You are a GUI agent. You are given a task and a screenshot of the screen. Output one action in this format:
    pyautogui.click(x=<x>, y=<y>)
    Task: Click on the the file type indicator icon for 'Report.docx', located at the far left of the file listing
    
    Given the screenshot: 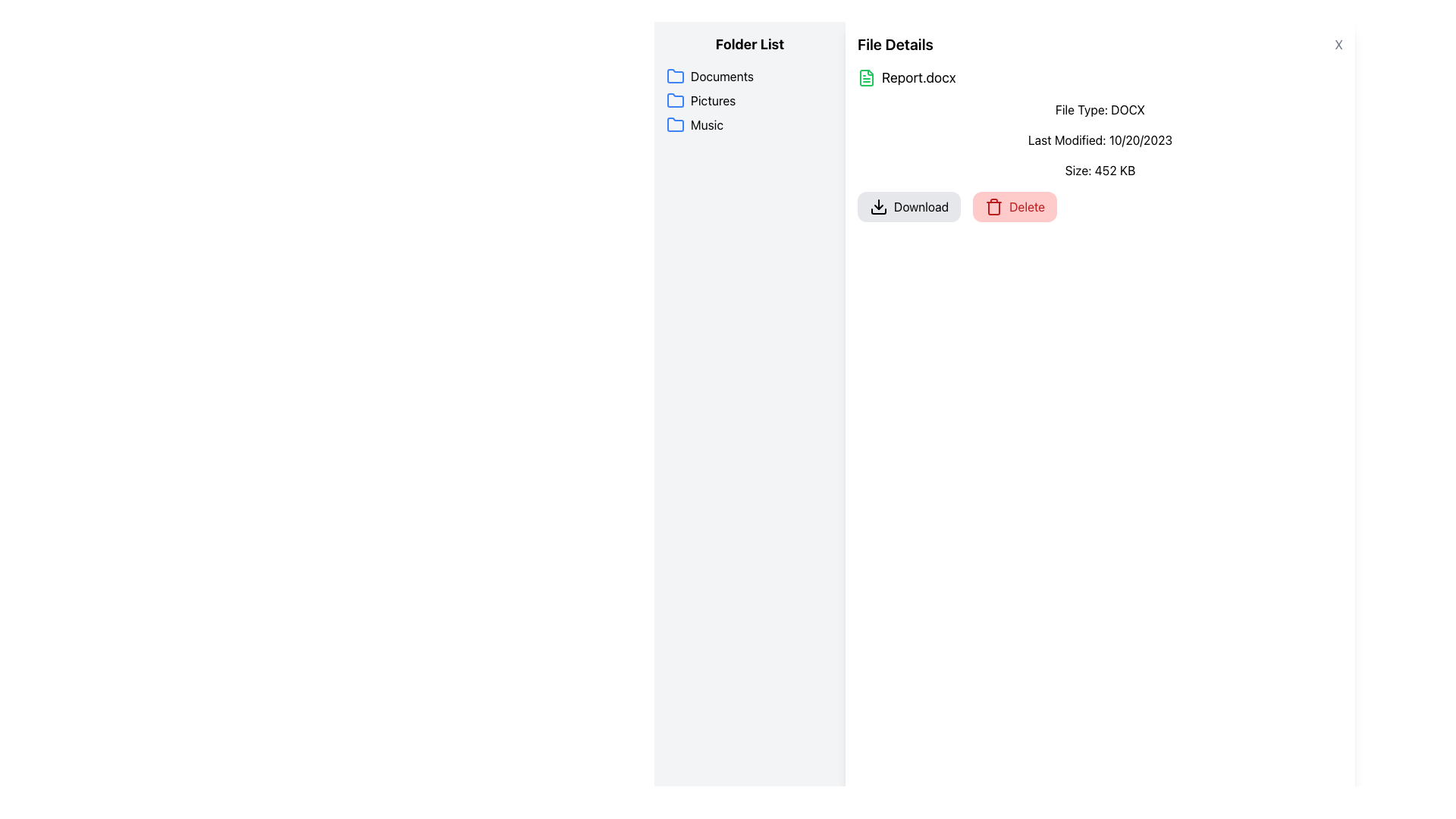 What is the action you would take?
    pyautogui.click(x=866, y=78)
    